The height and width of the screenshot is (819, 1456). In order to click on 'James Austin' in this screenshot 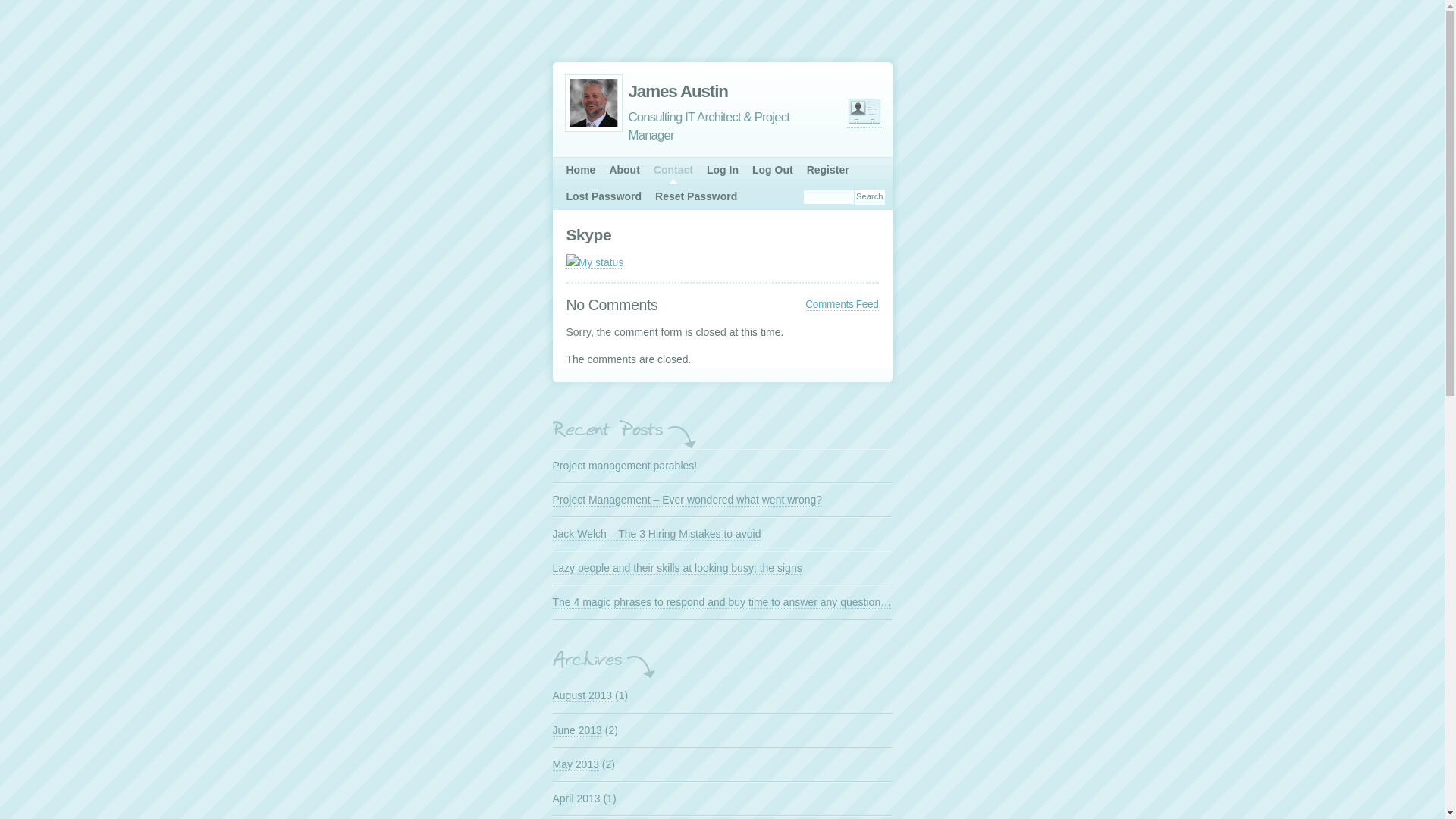, I will do `click(698, 91)`.